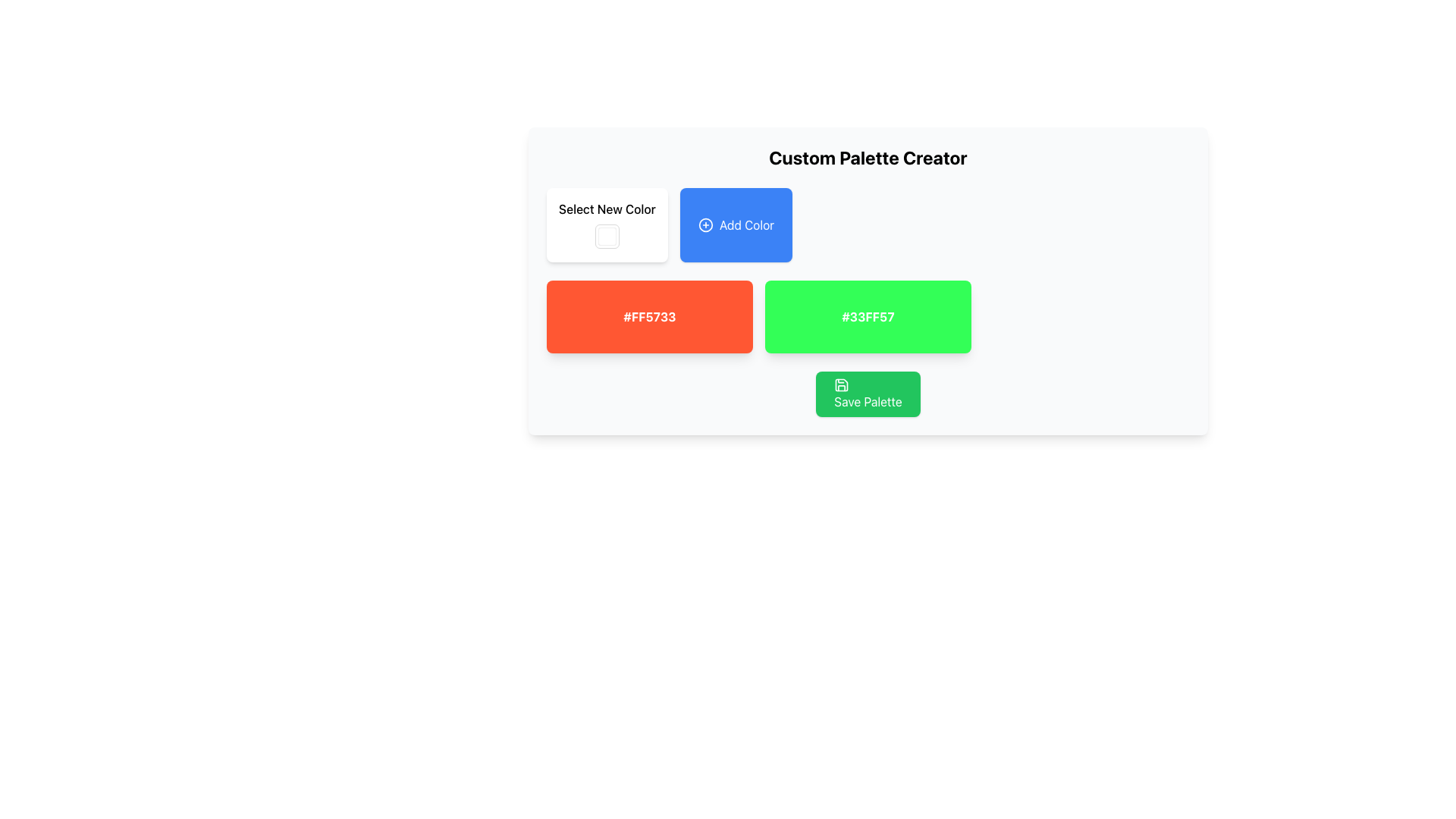  I want to click on the first colored box in the palette generator interface, which is orange-red (#FF5733) and located beneath the 'Select New Color' and 'Add Color' buttons, so click(650, 315).